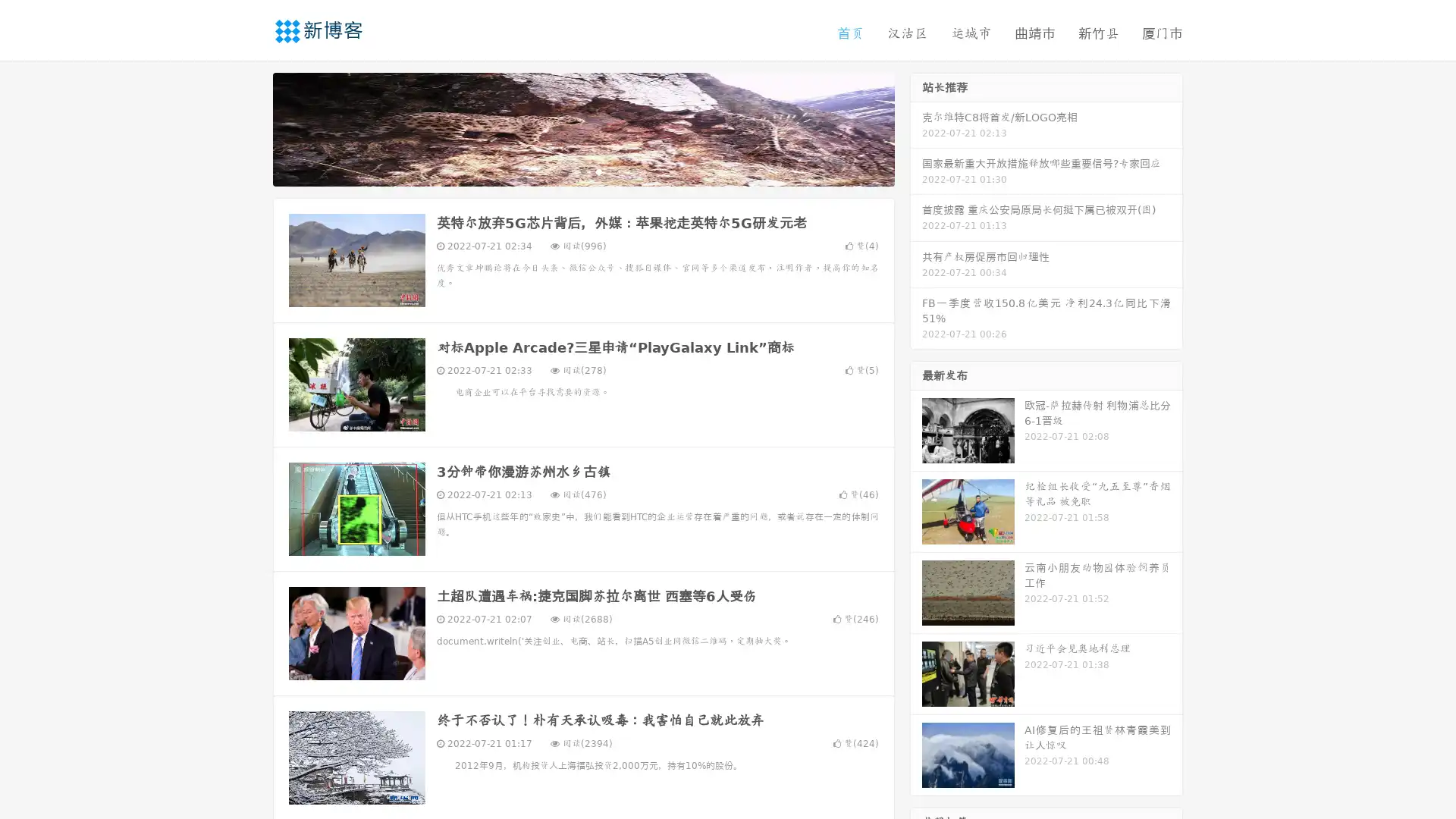 This screenshot has width=1456, height=819. What do you see at coordinates (567, 171) in the screenshot?
I see `Go to slide 1` at bounding box center [567, 171].